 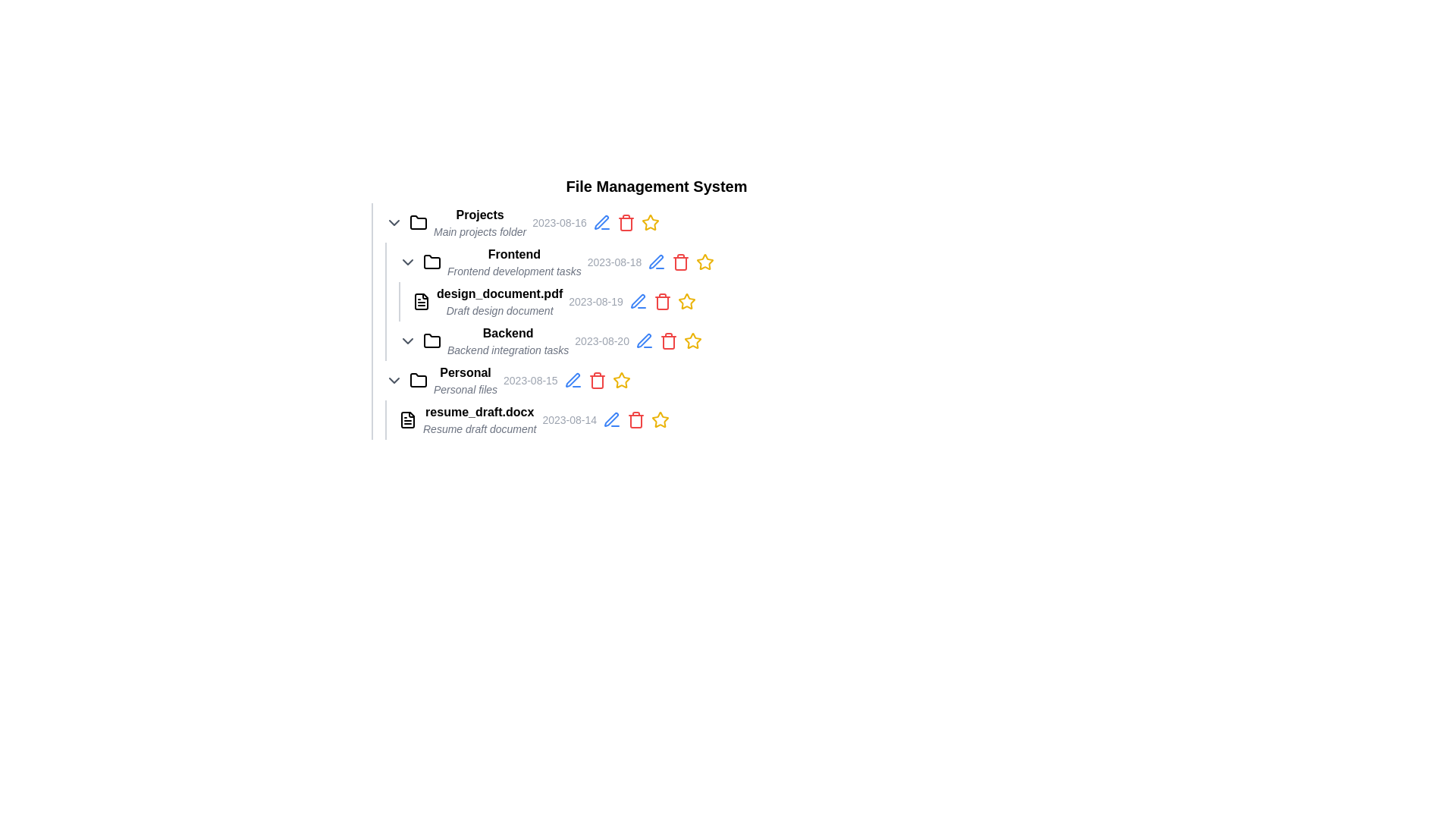 What do you see at coordinates (680, 262) in the screenshot?
I see `the delete icon button located in the 'Frontend' section, positioned near the date '2023-08-18'` at bounding box center [680, 262].